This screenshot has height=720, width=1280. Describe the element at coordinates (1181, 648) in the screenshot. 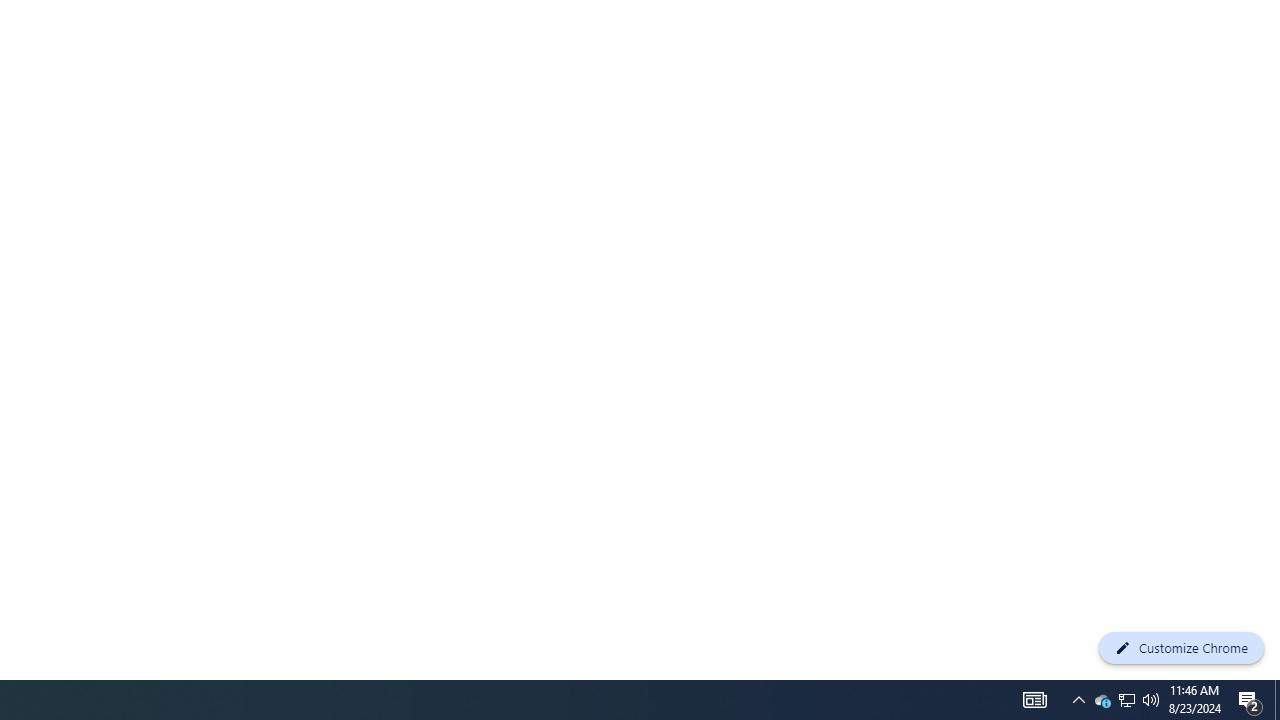

I see `'Customize Chrome'` at that location.